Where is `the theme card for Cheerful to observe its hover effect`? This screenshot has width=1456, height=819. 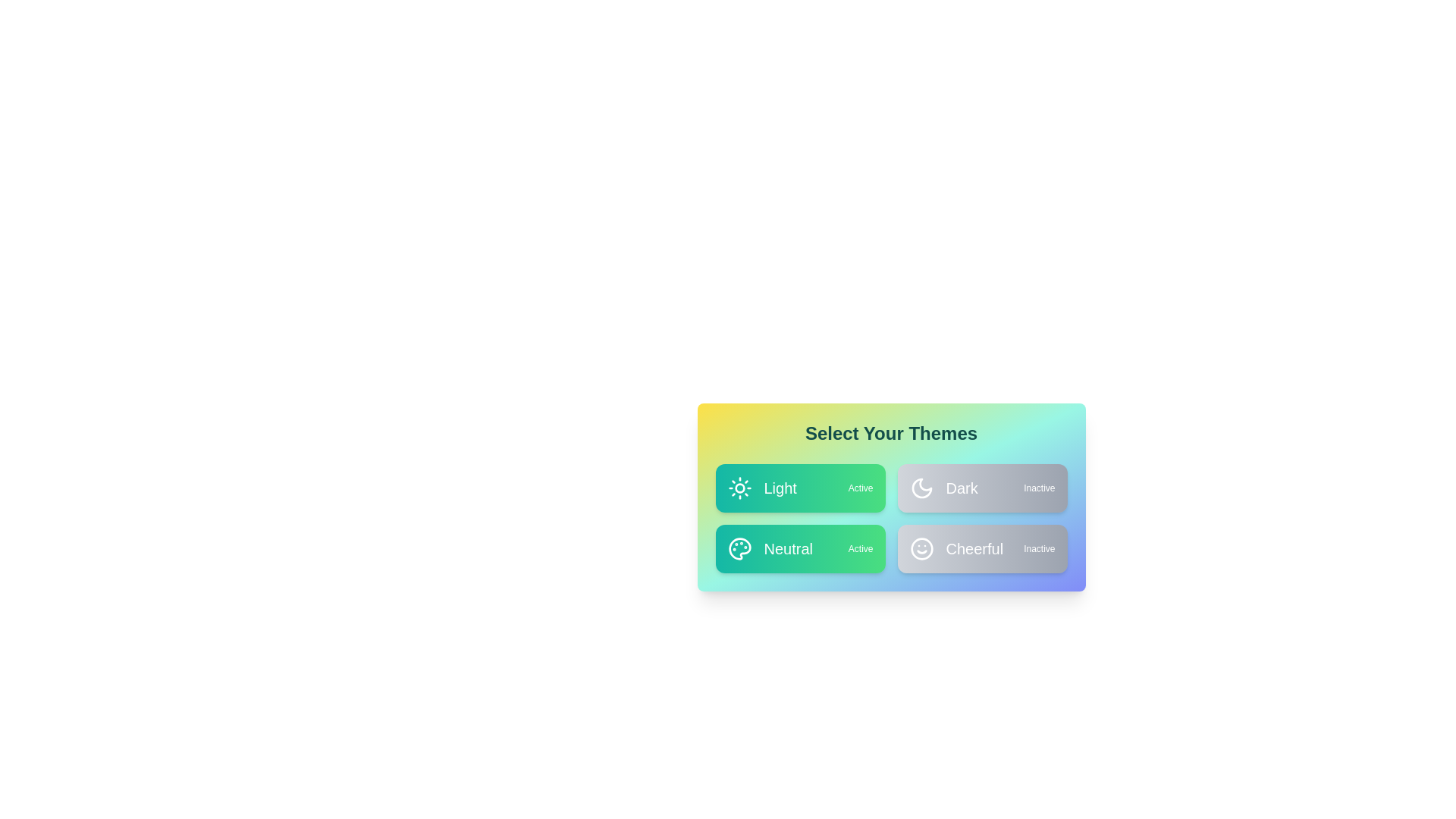
the theme card for Cheerful to observe its hover effect is located at coordinates (982, 549).